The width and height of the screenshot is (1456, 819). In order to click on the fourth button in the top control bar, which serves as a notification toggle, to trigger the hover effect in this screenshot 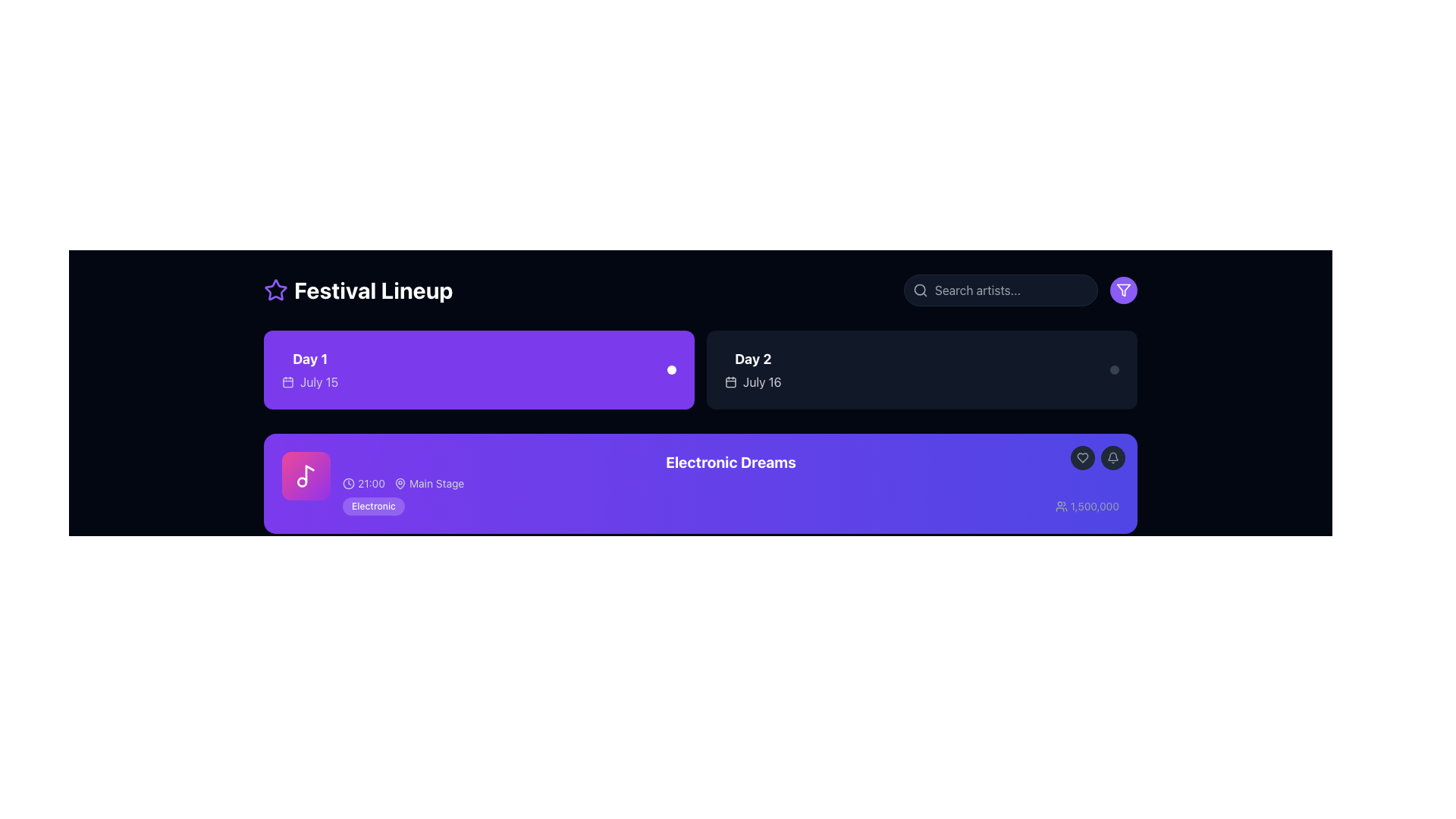, I will do `click(1113, 457)`.